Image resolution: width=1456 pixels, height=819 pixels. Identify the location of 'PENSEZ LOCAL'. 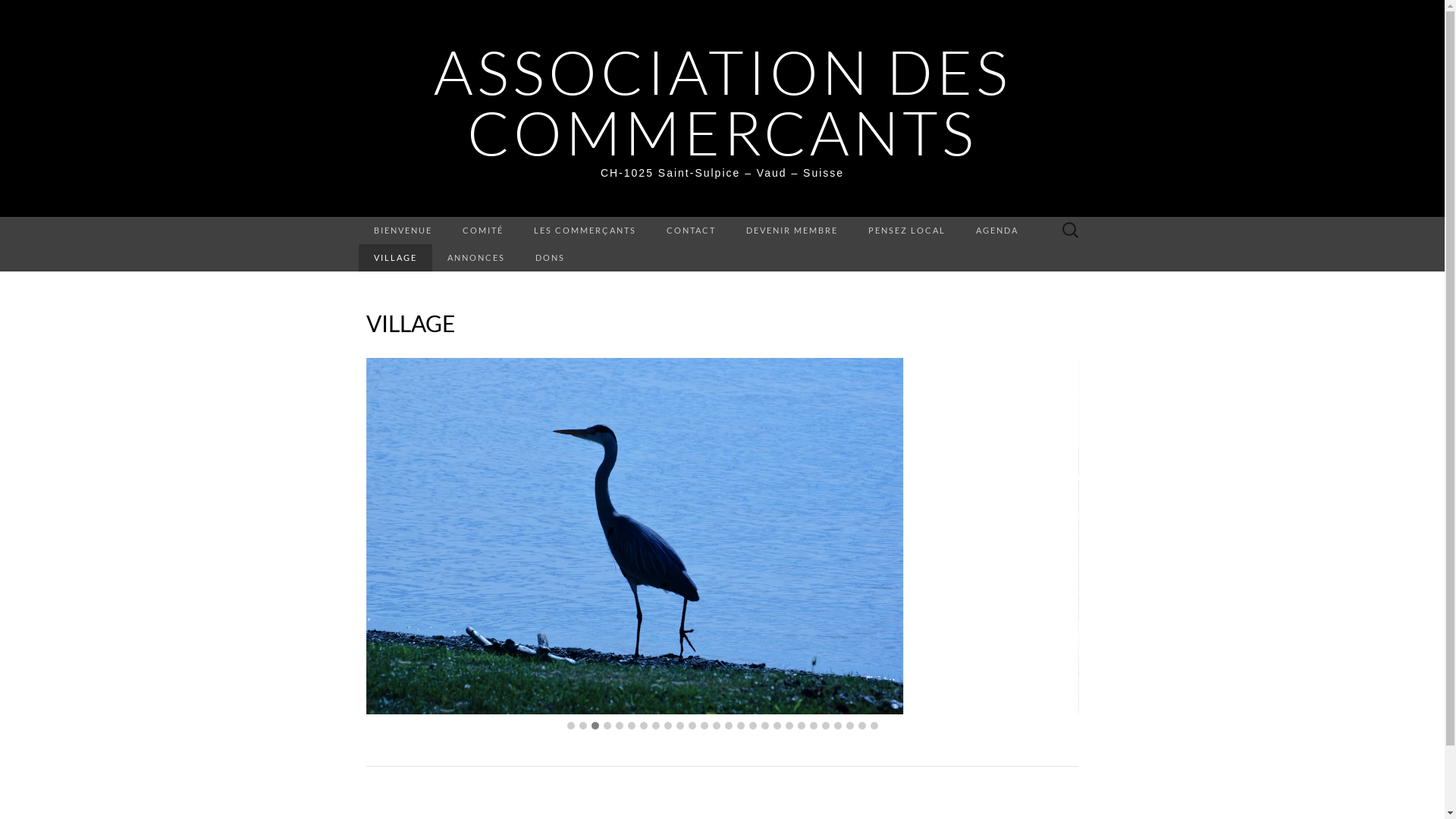
(906, 231).